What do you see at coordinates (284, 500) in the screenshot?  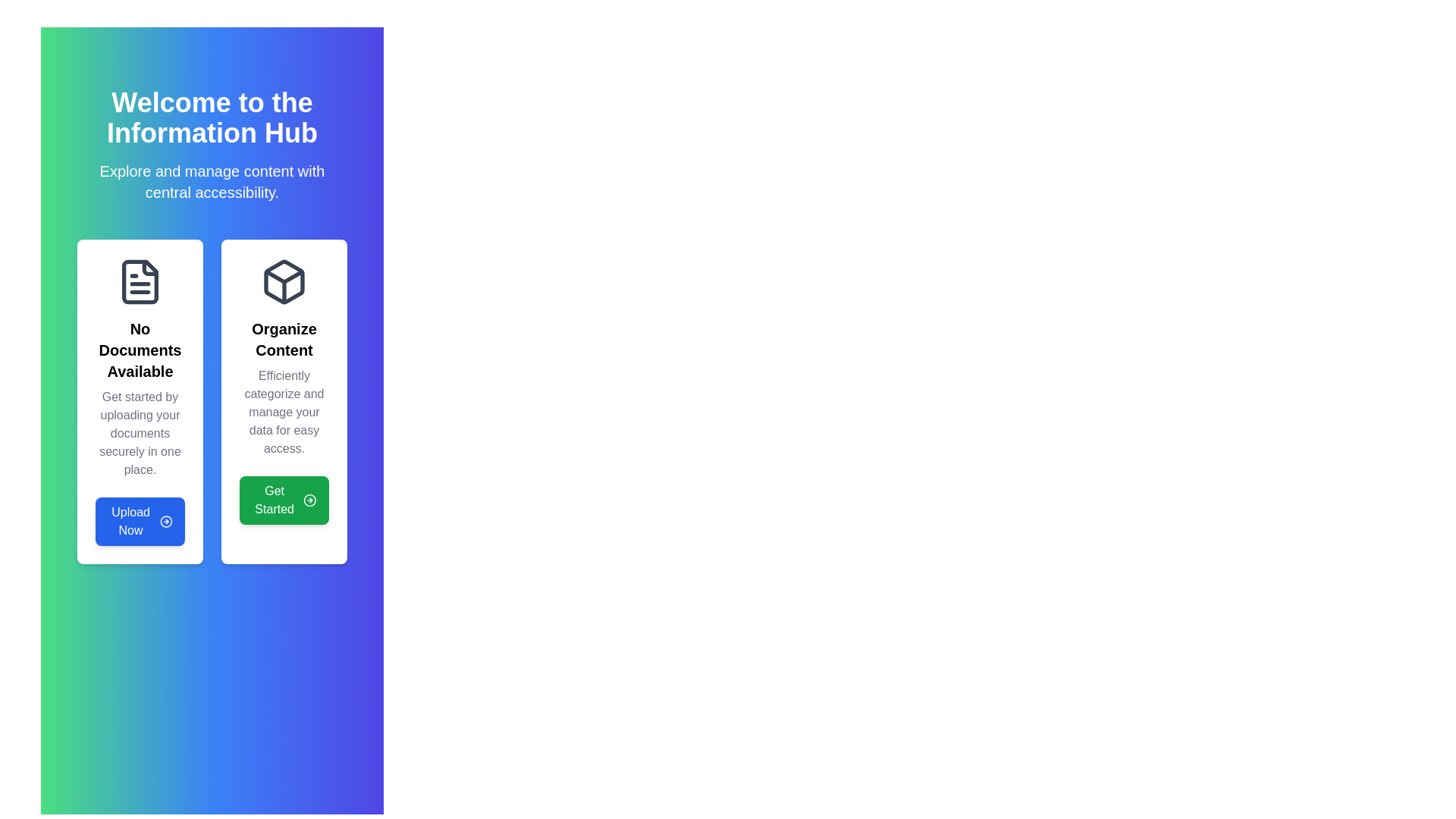 I see `the button located at the bottom of the panel on the right side, beneath the text 'Efficiently categorize and manage your data for easy access'` at bounding box center [284, 500].